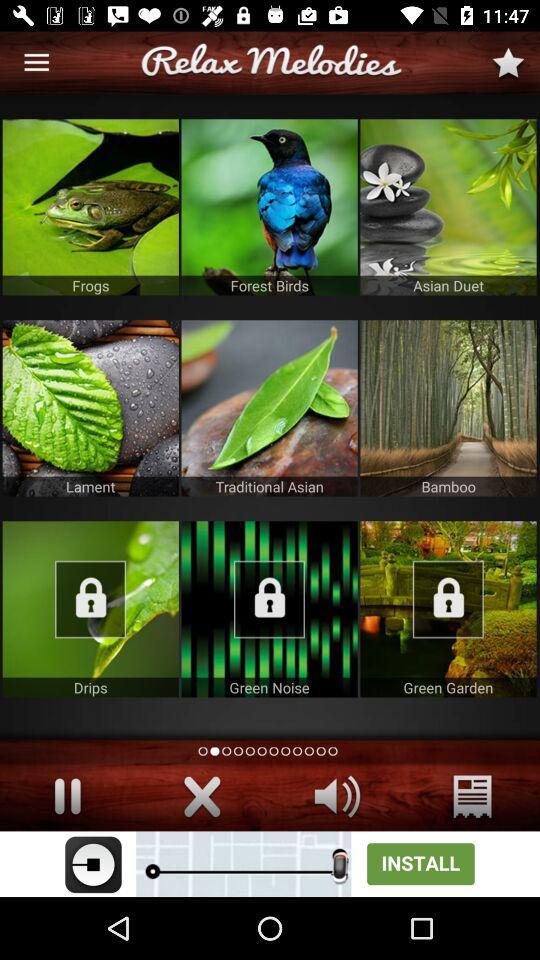  What do you see at coordinates (269, 608) in the screenshot?
I see `more picture` at bounding box center [269, 608].